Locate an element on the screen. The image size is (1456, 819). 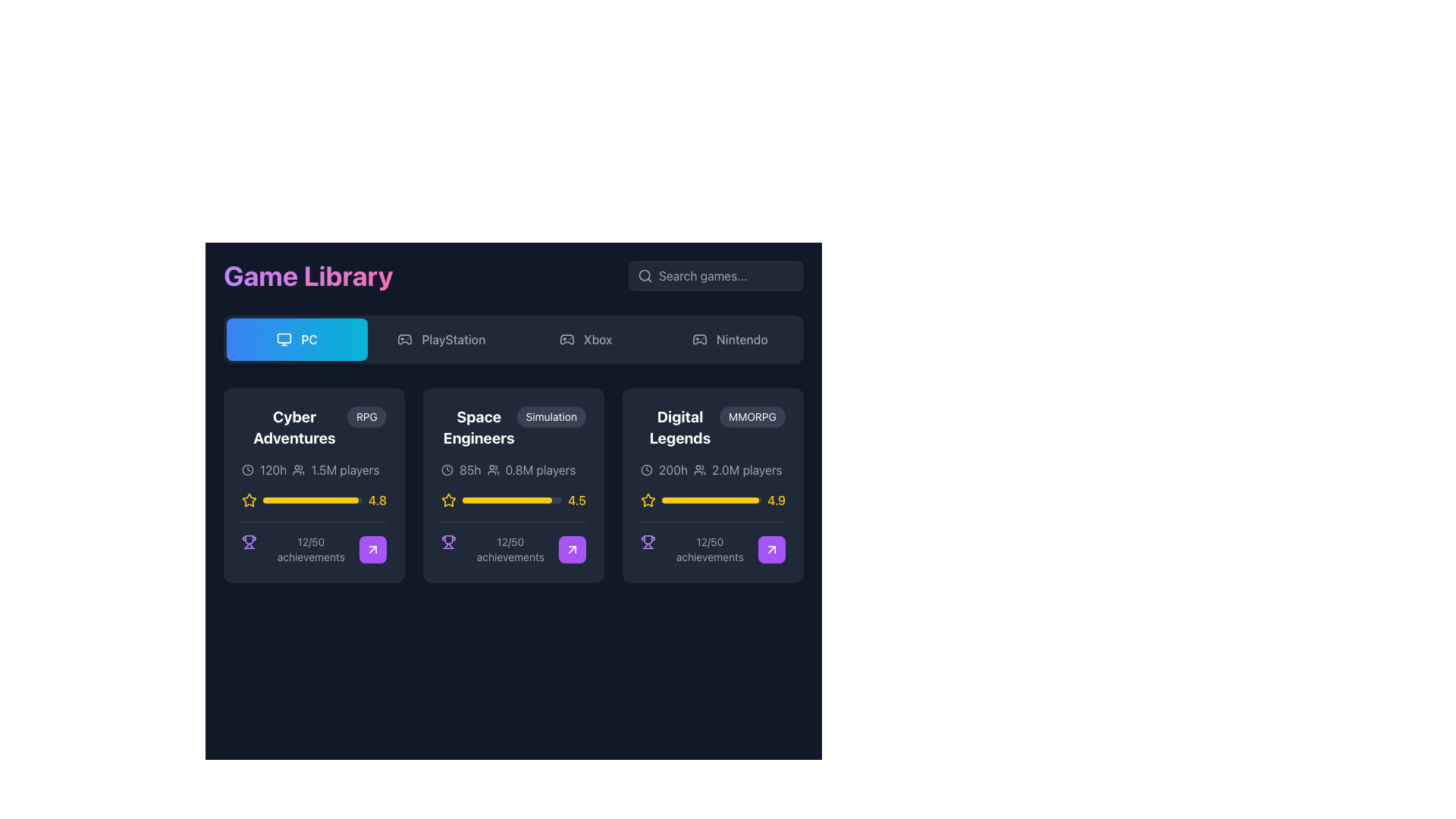
the 'Nintendo' icon in the navigation bar, which is an SVG-based element styled with CSS, located at the left of the 'Nintendo' label is located at coordinates (698, 338).